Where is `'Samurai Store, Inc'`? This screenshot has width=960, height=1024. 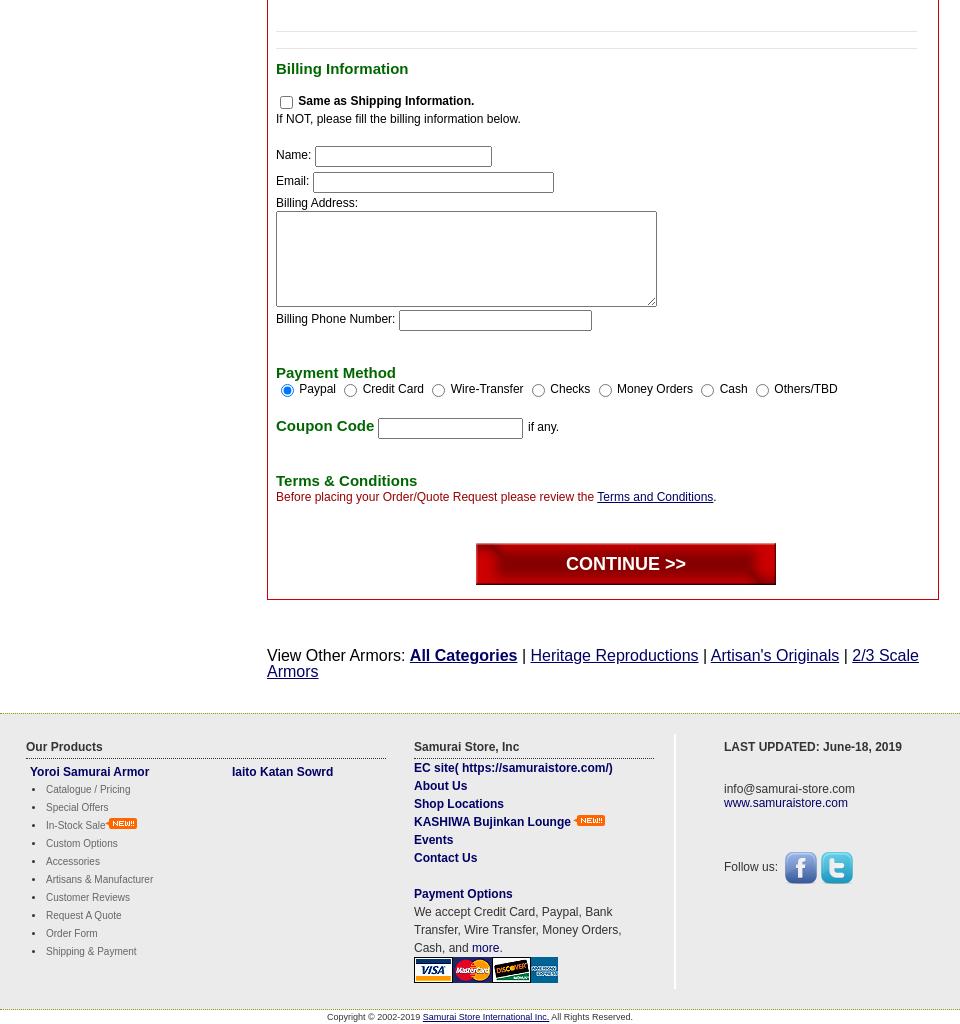
'Samurai Store, Inc' is located at coordinates (413, 744).